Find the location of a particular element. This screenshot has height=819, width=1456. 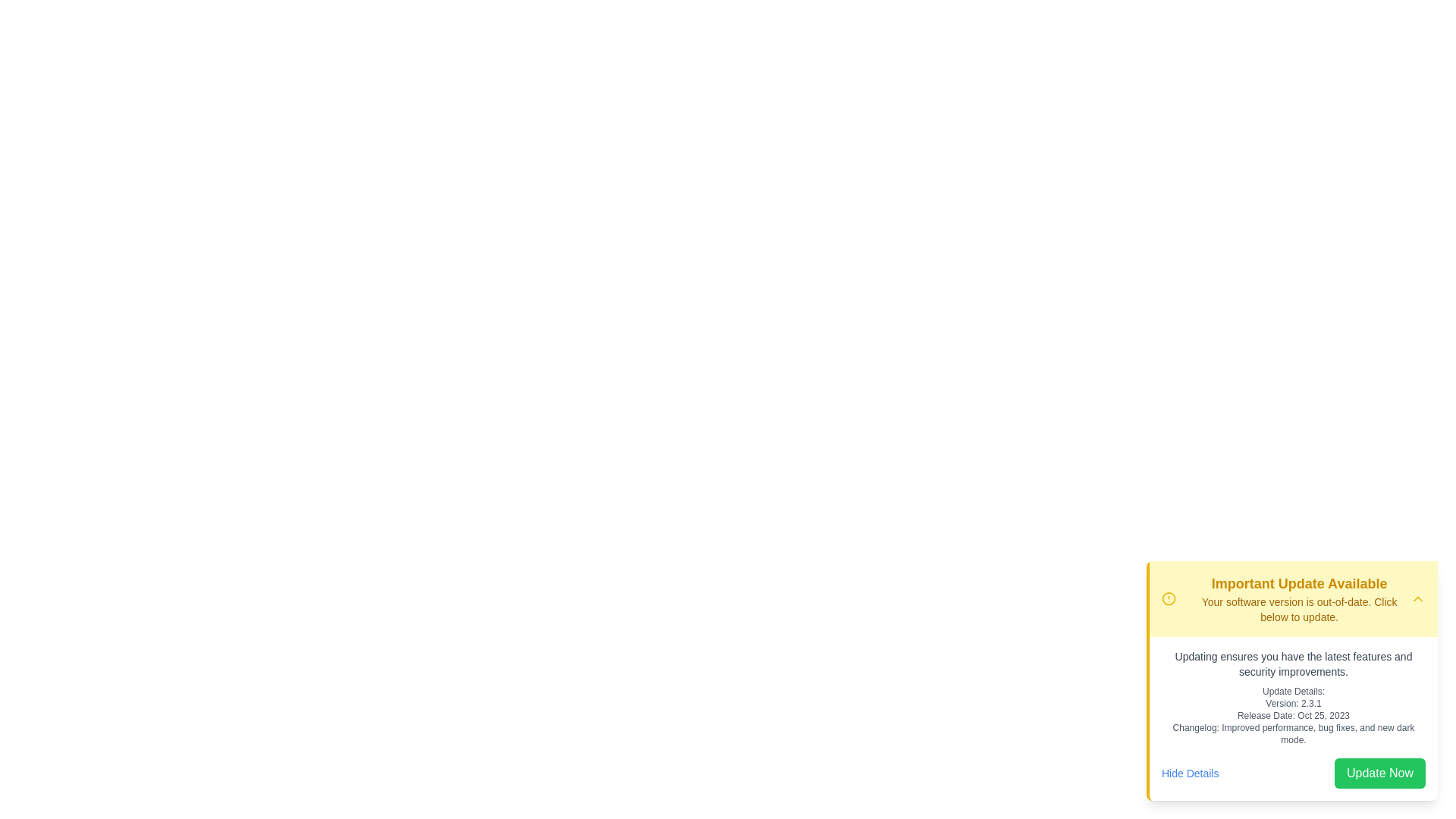

the title text of the notification box, which is the first line of text and visually distinct from other text is located at coordinates (1298, 583).